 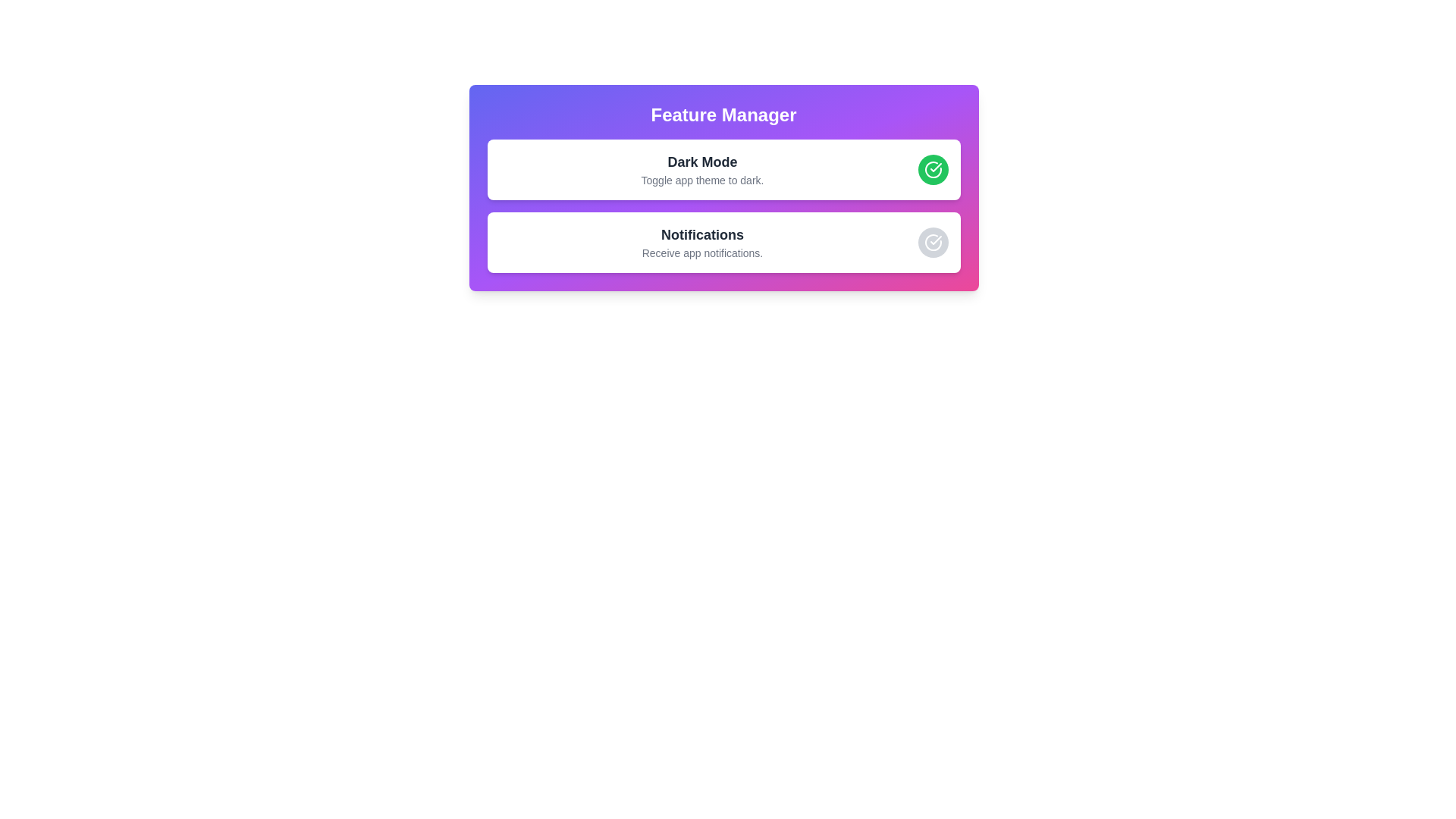 What do you see at coordinates (701, 180) in the screenshot?
I see `the Text Label that provides additional details about the 'Dark Mode' feature, located under the 'Dark Mode' heading in the feature settings card` at bounding box center [701, 180].